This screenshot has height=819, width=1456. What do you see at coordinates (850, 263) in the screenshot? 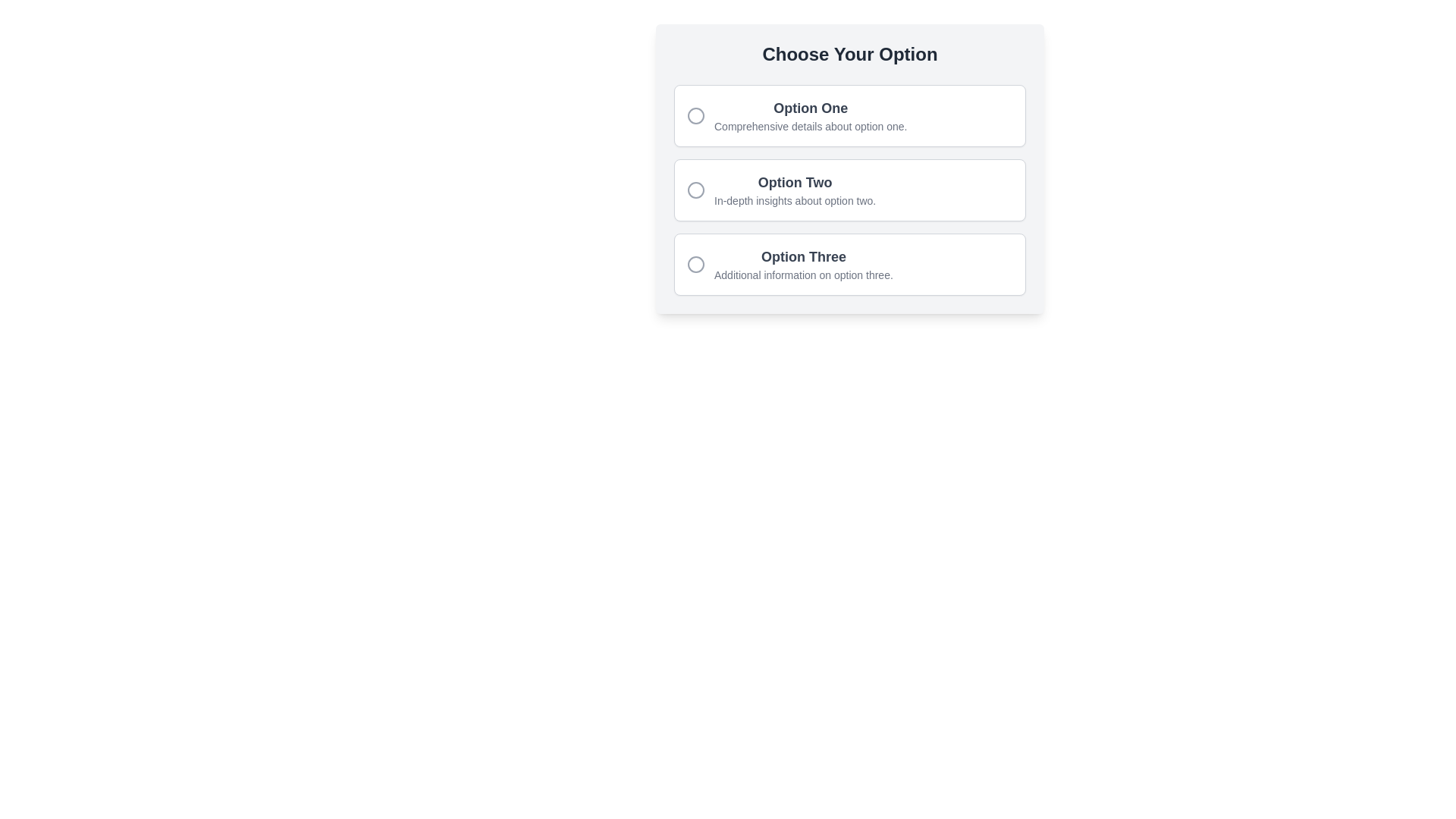
I see `the third selectable card with a radio button in the vertical list to trigger the hover state` at bounding box center [850, 263].